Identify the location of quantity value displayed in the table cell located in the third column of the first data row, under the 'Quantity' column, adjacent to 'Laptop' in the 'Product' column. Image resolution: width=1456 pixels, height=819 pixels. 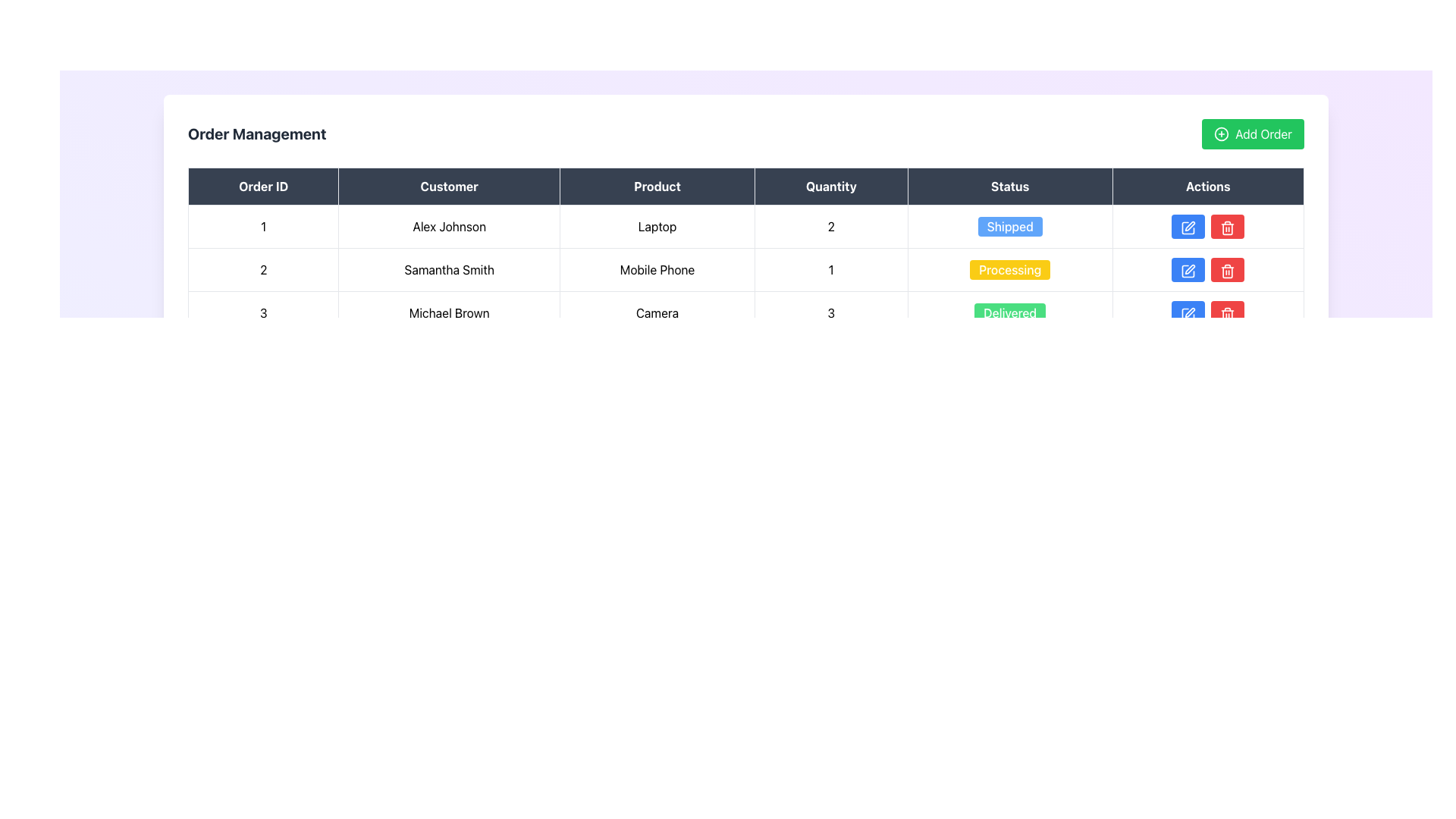
(830, 227).